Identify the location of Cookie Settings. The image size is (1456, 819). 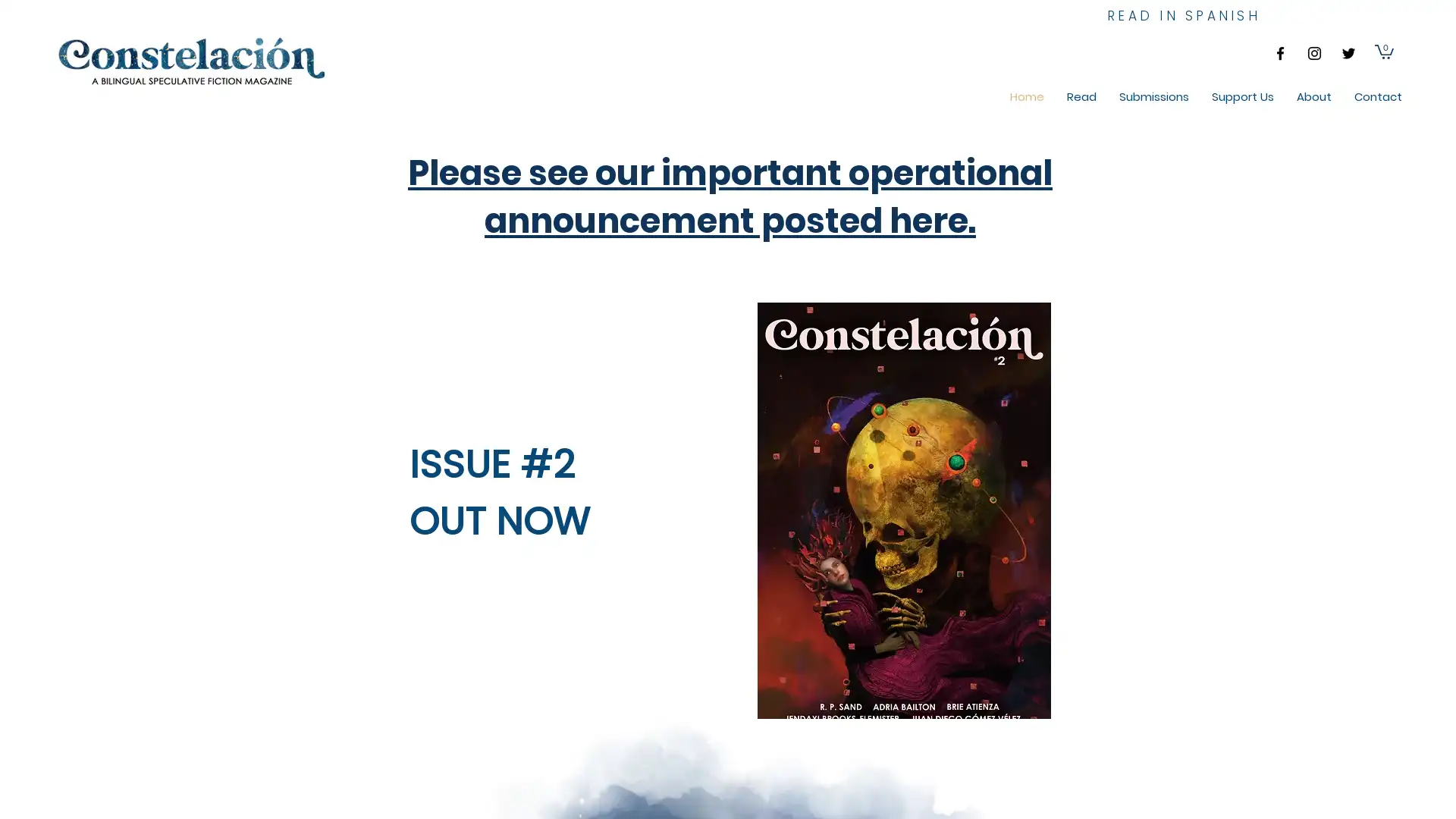
(1291, 792).